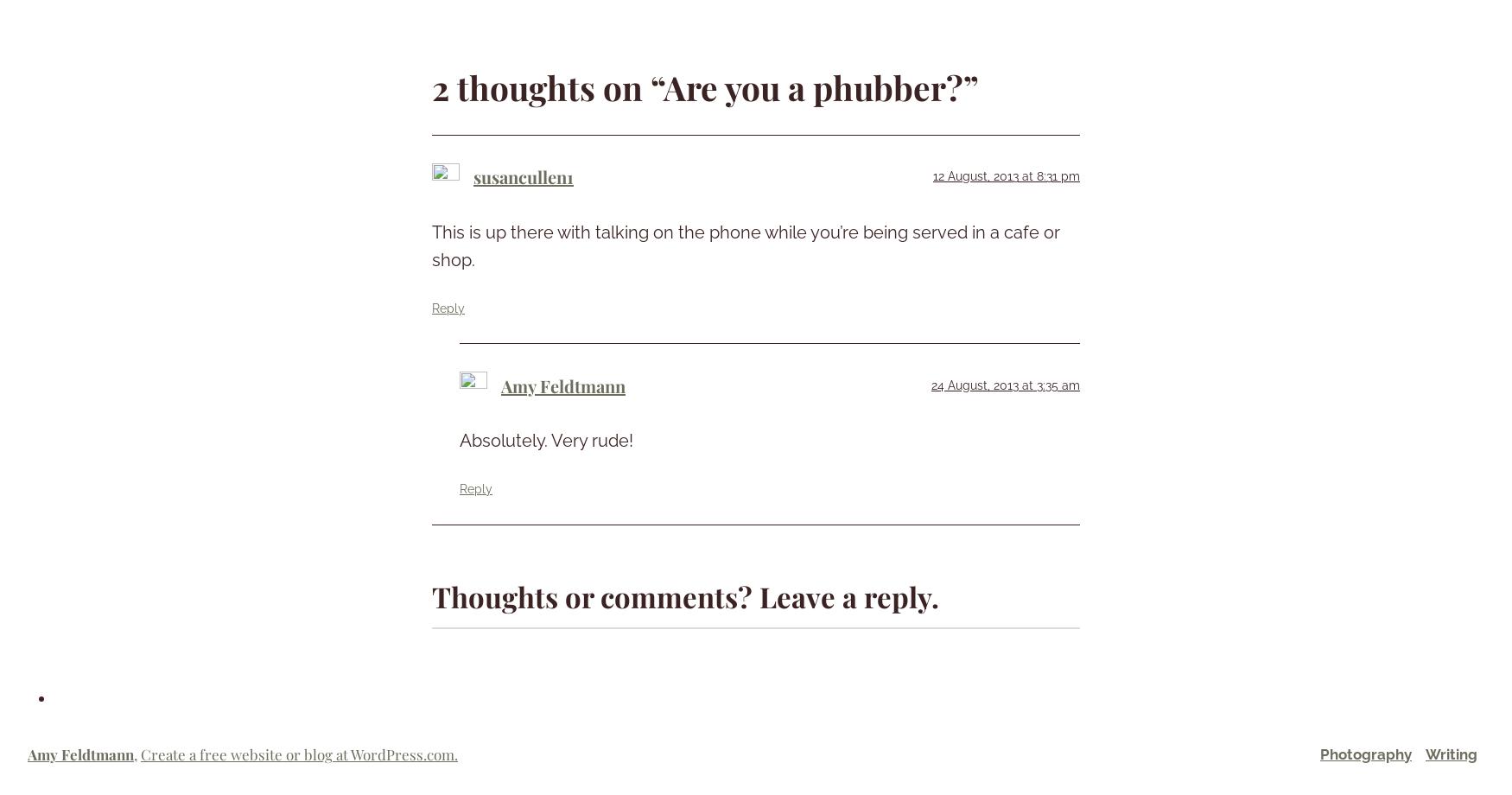 This screenshot has width=1512, height=795. What do you see at coordinates (134, 753) in the screenshot?
I see `','` at bounding box center [134, 753].